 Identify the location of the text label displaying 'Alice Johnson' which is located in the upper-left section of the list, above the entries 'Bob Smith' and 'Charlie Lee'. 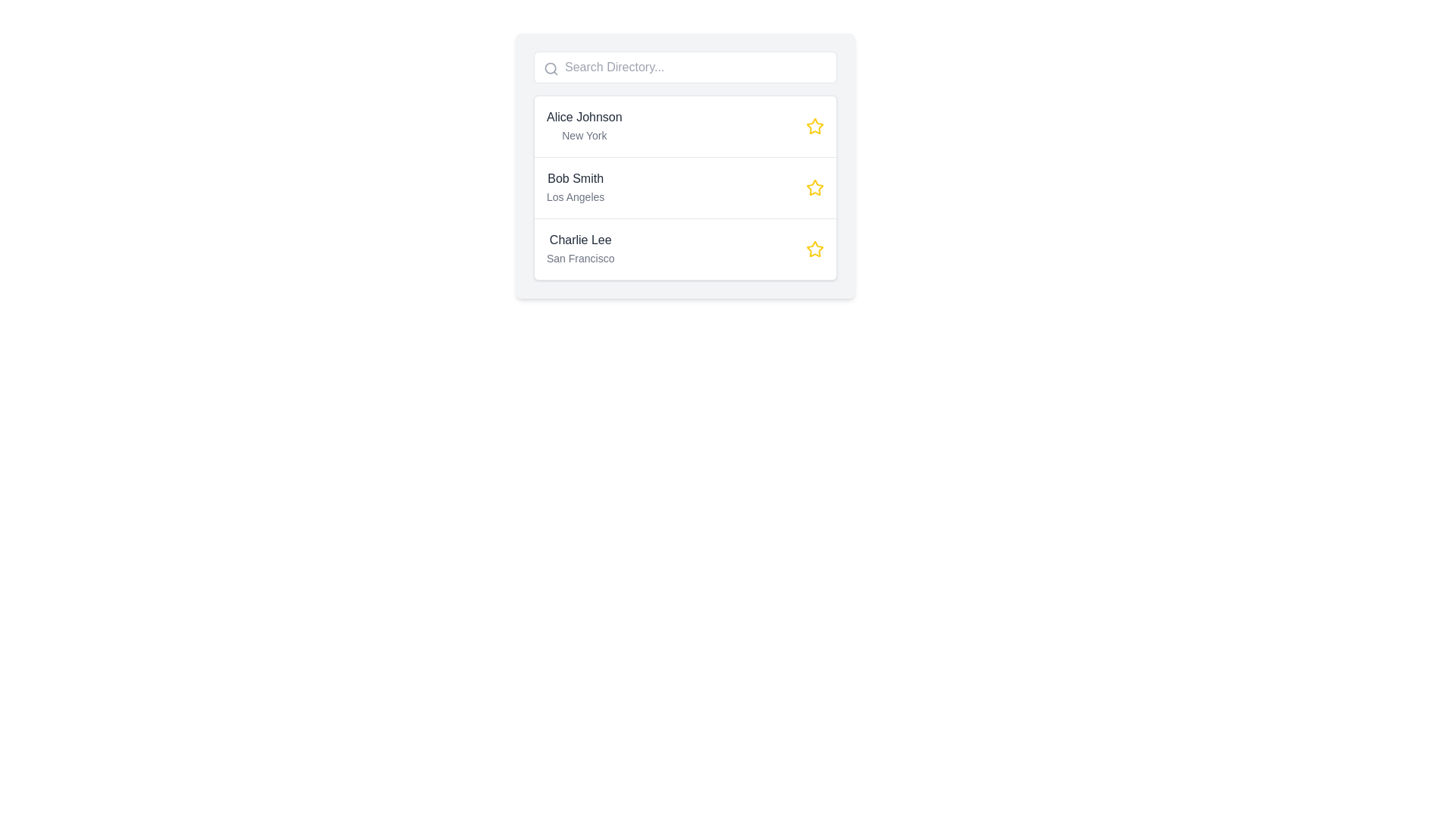
(583, 116).